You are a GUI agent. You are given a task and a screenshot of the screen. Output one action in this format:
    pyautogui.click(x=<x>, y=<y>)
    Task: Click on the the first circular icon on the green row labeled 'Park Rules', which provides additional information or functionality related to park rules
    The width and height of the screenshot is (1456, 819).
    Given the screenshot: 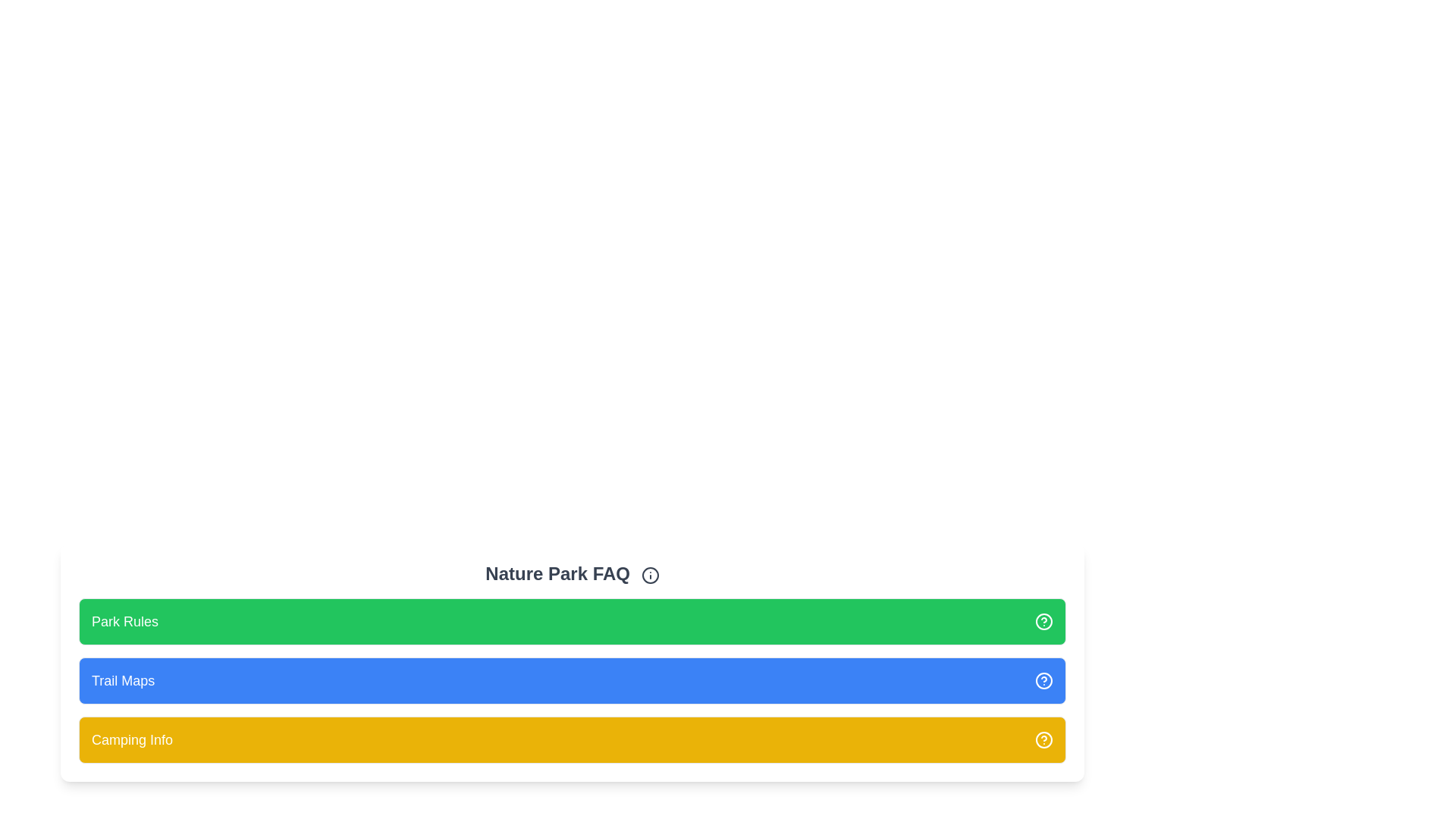 What is the action you would take?
    pyautogui.click(x=1043, y=622)
    